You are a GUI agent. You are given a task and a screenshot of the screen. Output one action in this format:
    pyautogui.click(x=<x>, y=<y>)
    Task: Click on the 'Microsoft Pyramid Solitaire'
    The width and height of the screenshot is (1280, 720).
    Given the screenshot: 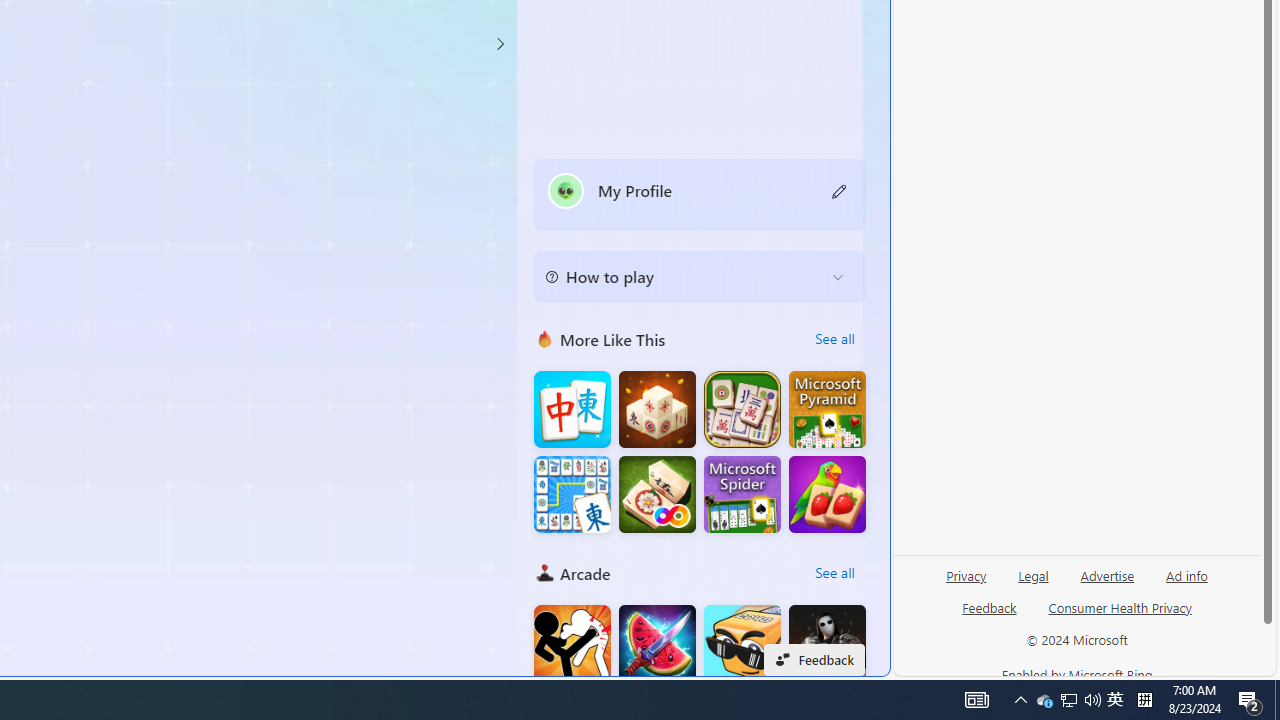 What is the action you would take?
    pyautogui.click(x=827, y=408)
    